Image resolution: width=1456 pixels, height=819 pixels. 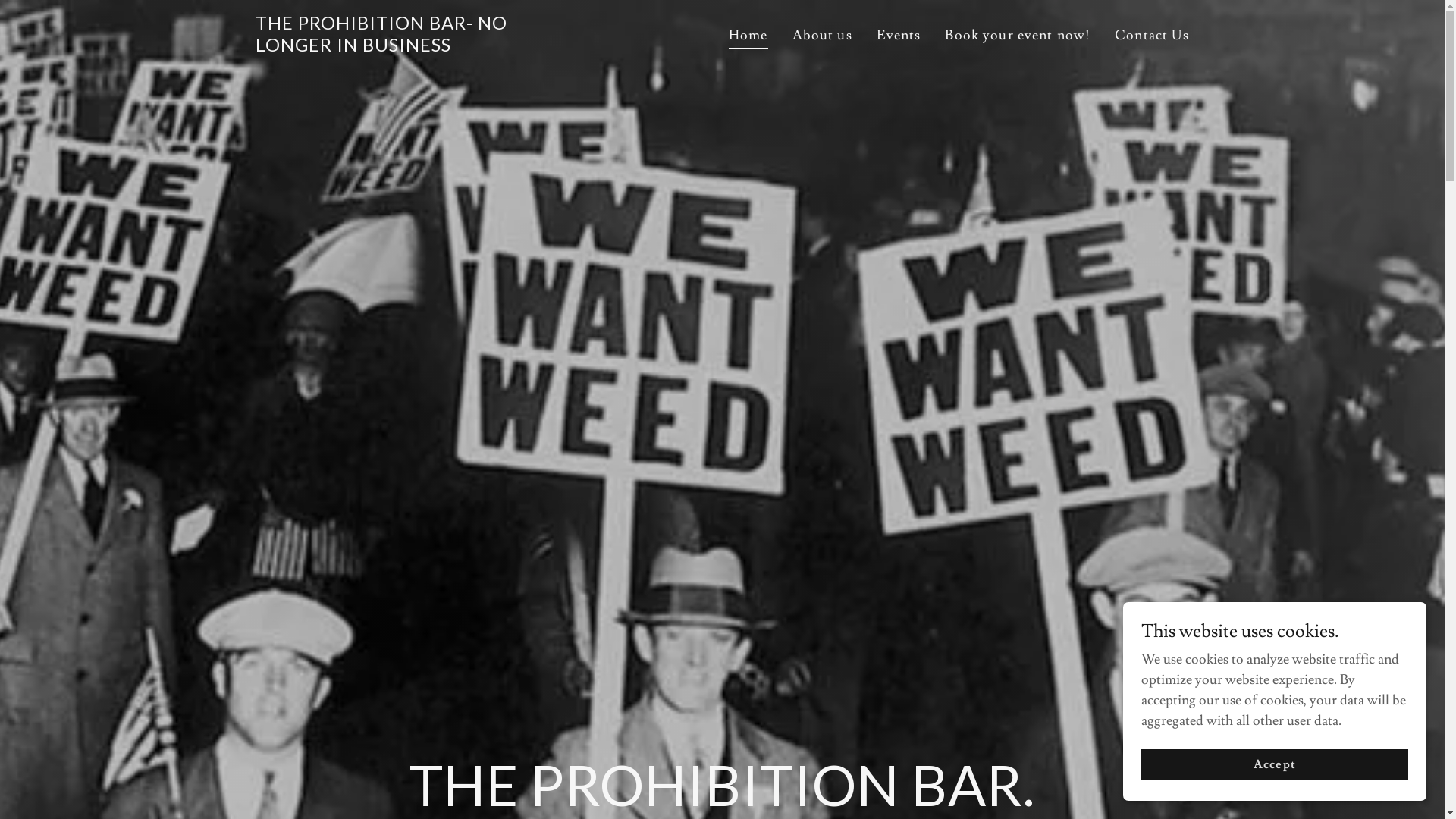 What do you see at coordinates (899, 34) in the screenshot?
I see `'Events'` at bounding box center [899, 34].